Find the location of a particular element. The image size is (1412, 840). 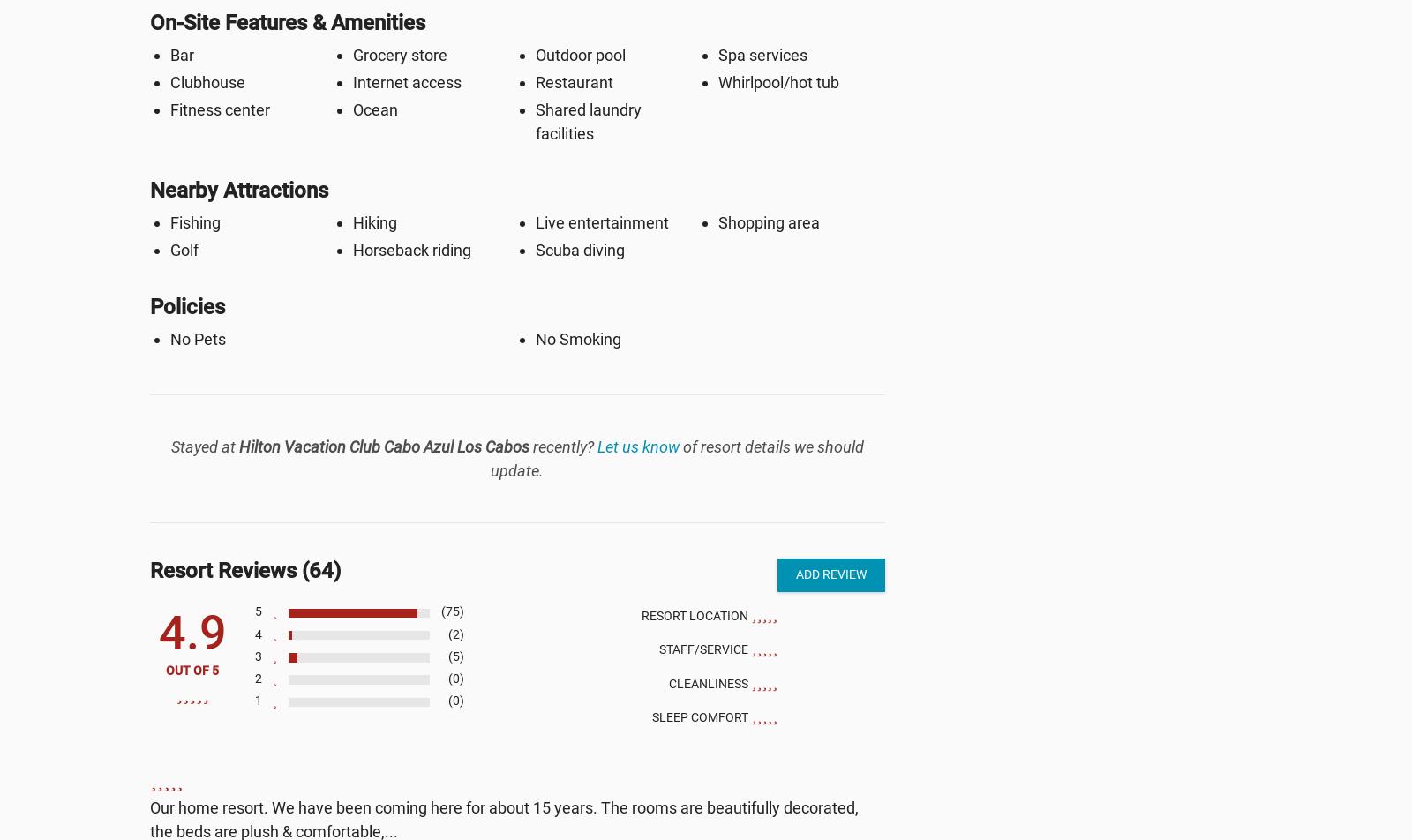

'(75)' is located at coordinates (451, 611).